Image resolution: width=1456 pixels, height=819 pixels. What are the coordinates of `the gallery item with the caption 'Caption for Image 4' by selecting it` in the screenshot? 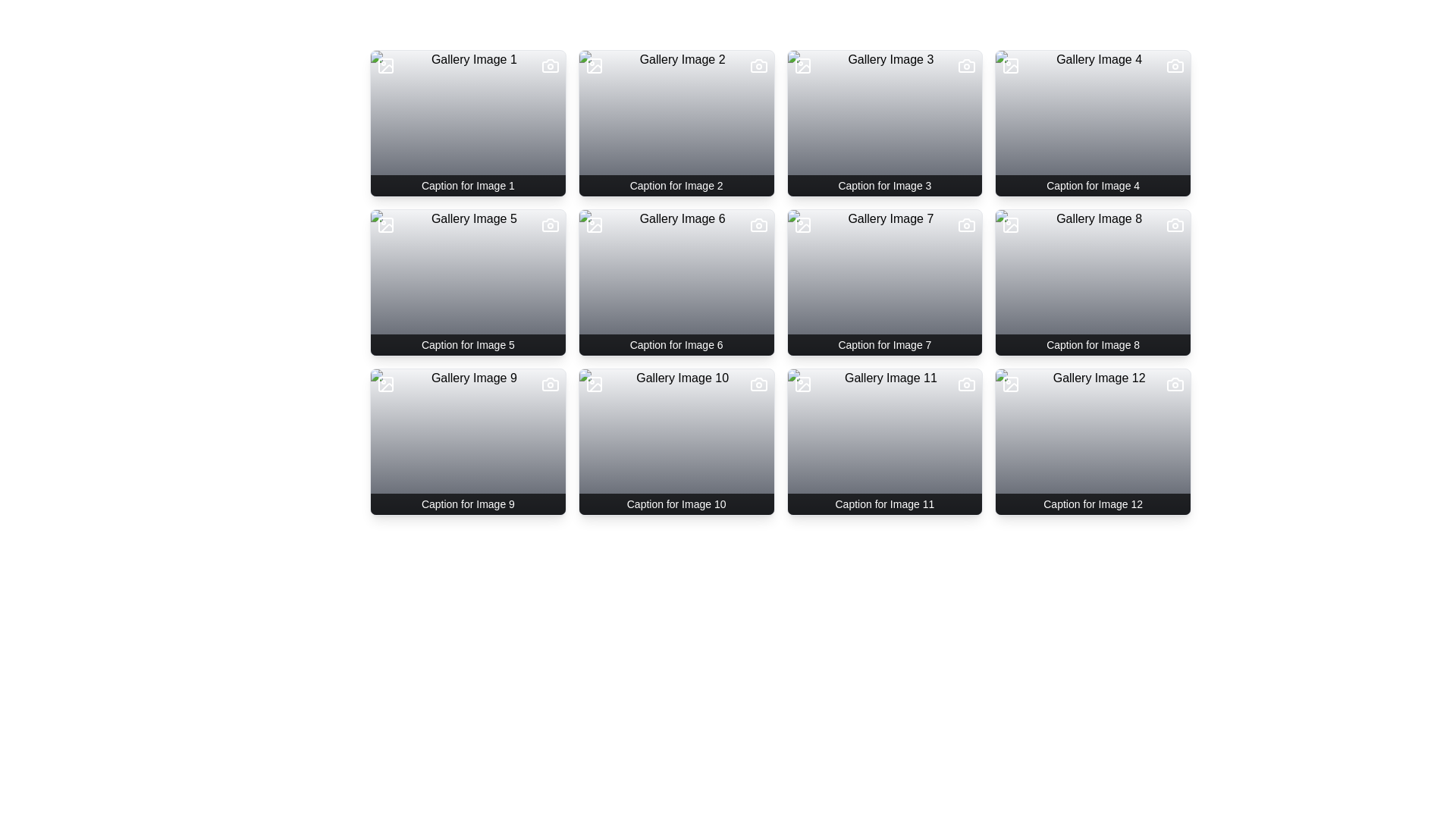 It's located at (1093, 122).